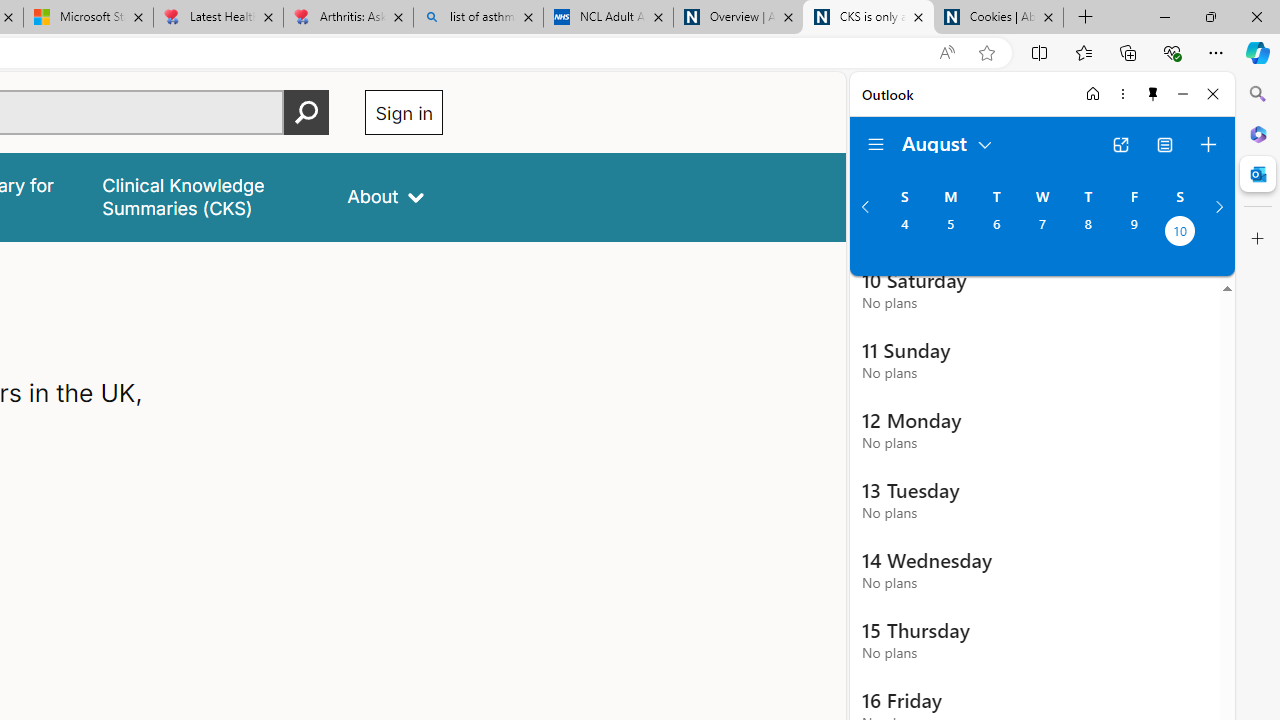 The width and height of the screenshot is (1280, 720). I want to click on 'Search', so click(1257, 94).